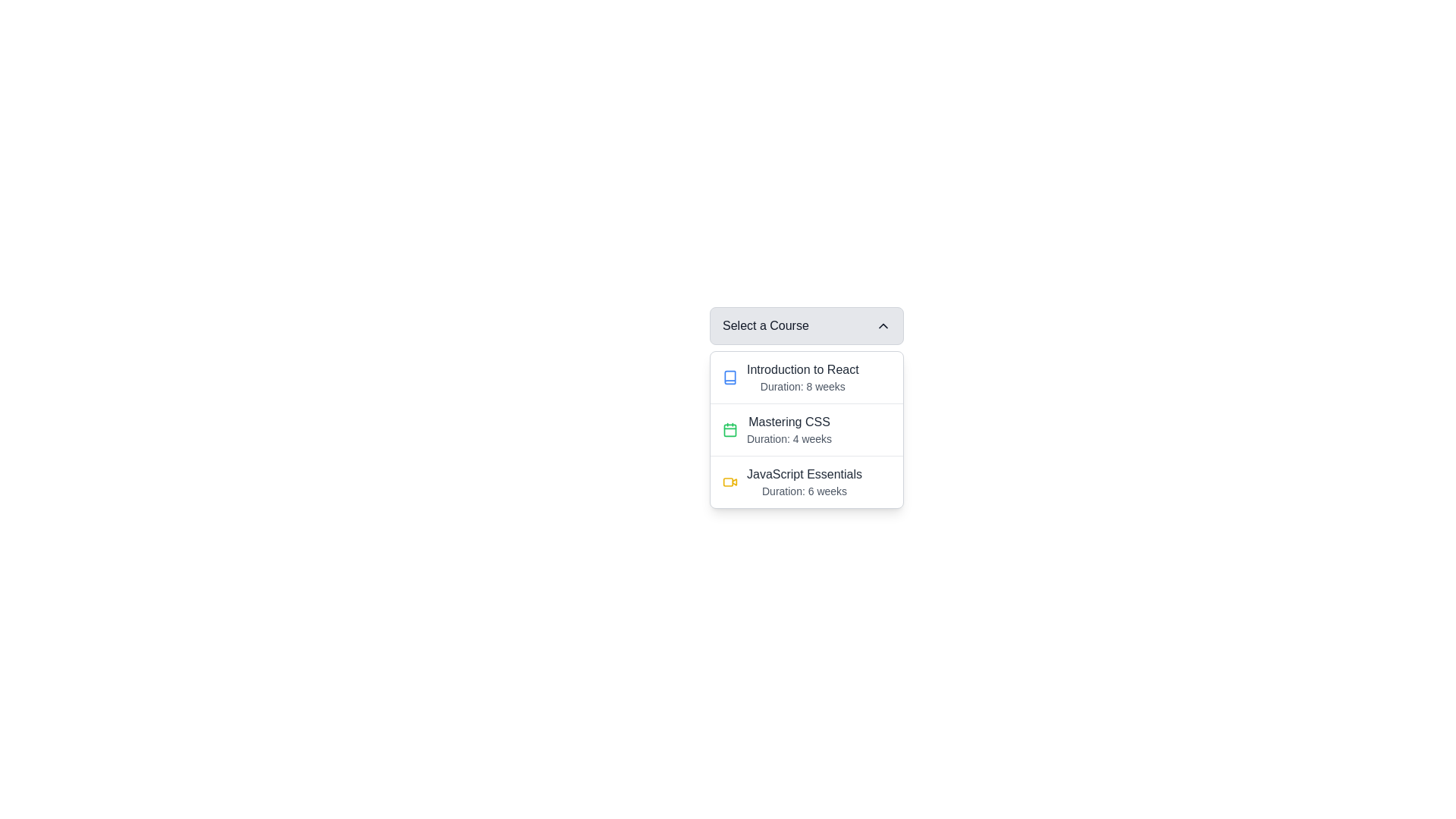 The width and height of the screenshot is (1456, 819). I want to click on the course selection option labeled 'Mastering CSS', which is the second item in the list of course options, so click(806, 430).